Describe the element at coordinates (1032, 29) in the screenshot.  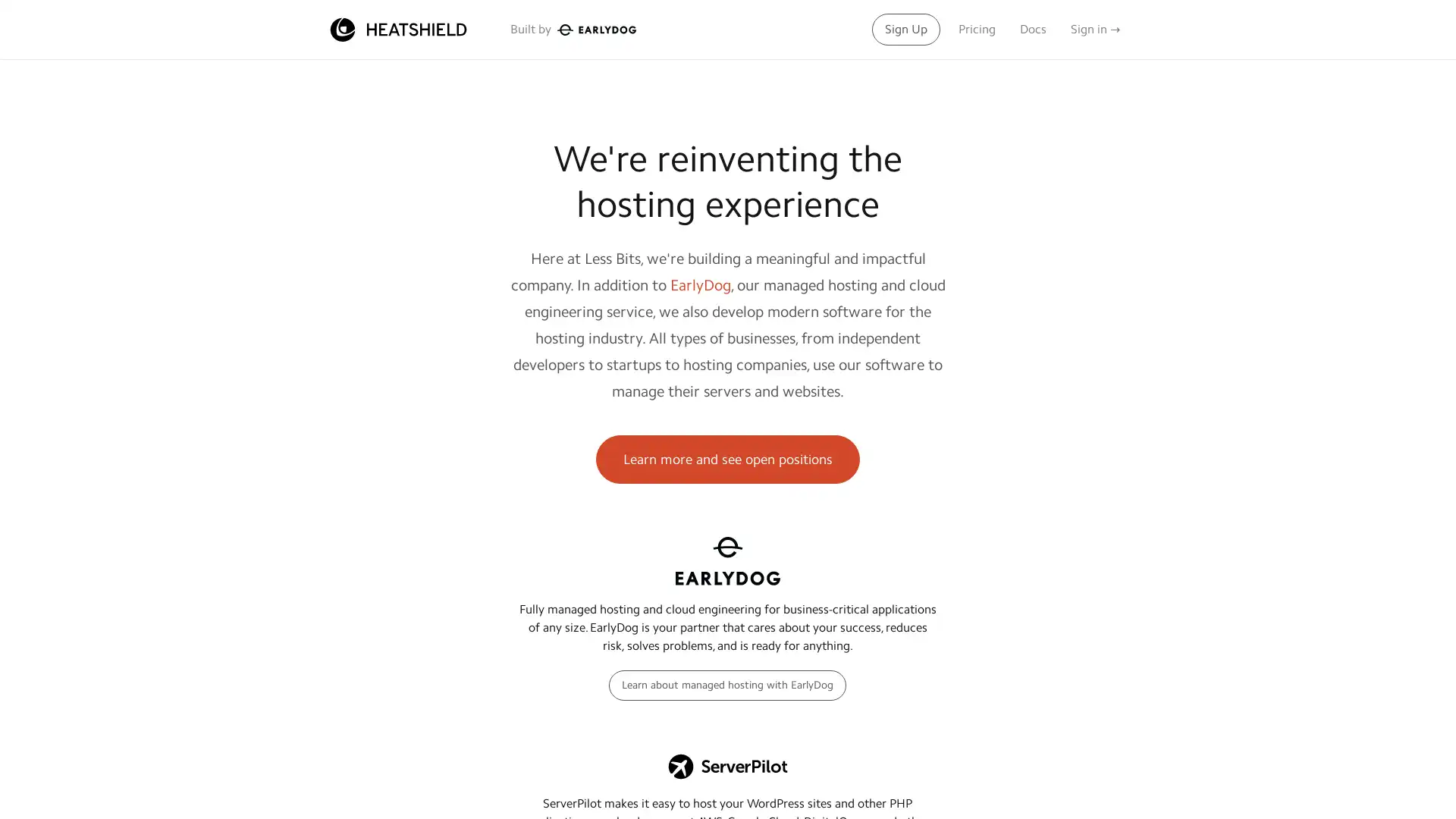
I see `Docs` at that location.